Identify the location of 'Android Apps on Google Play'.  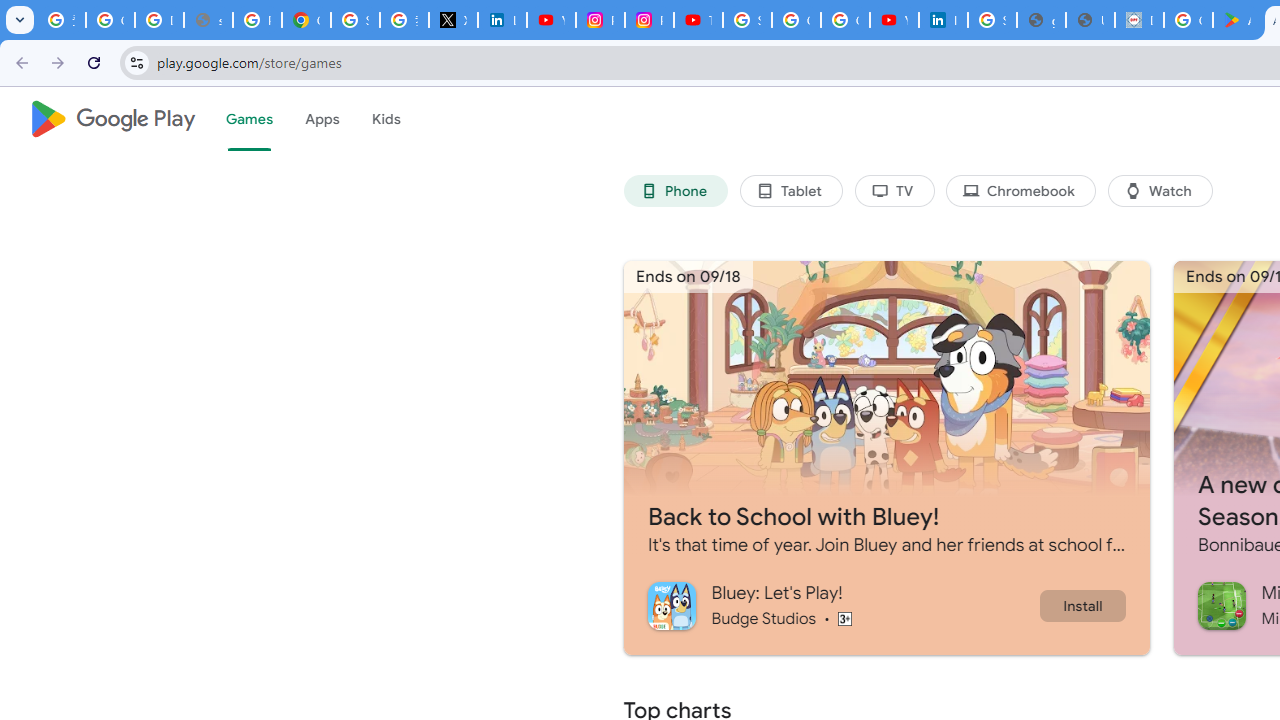
(1236, 20).